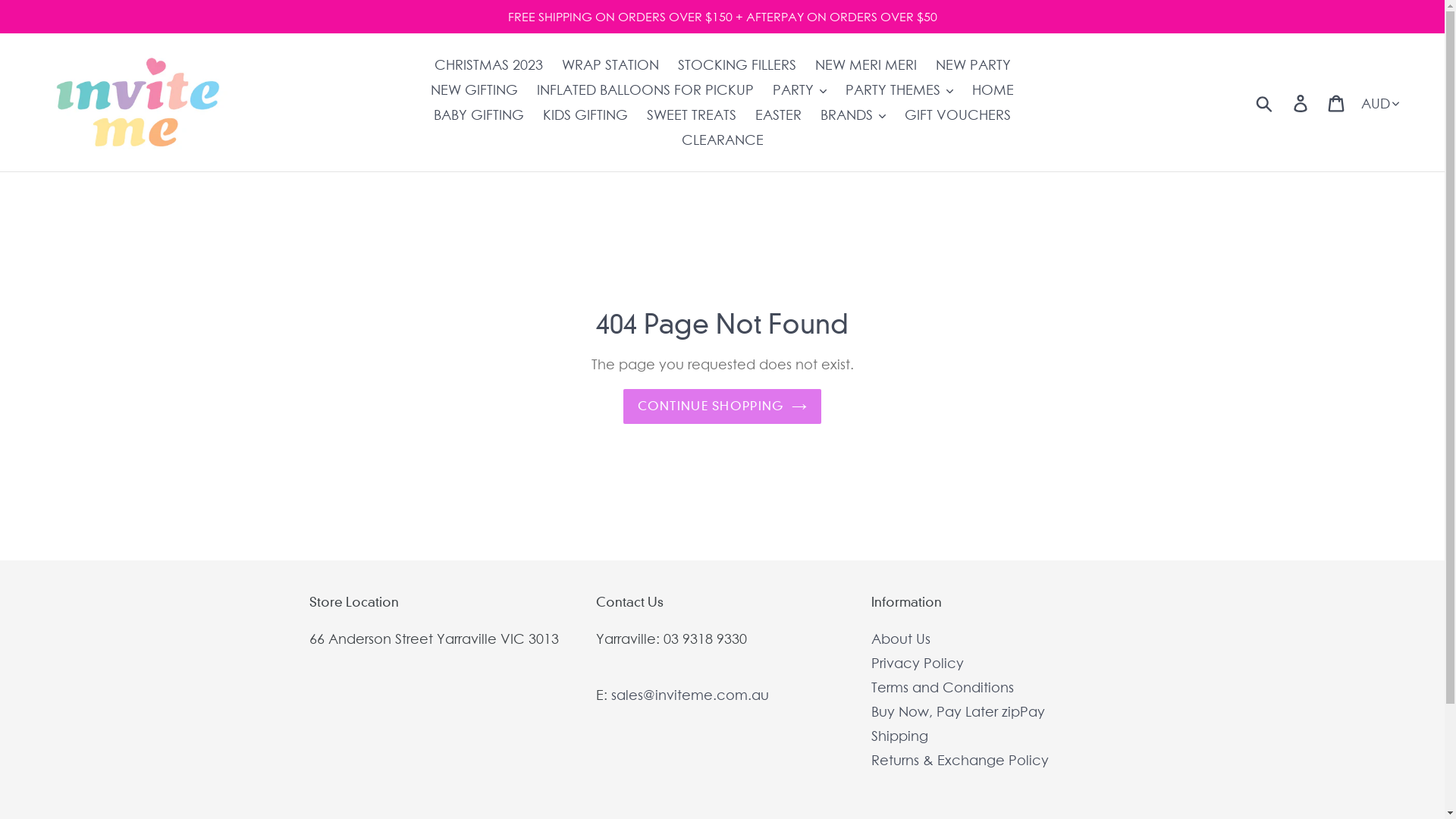 This screenshot has width=1456, height=819. I want to click on 'HOME', so click(993, 89).